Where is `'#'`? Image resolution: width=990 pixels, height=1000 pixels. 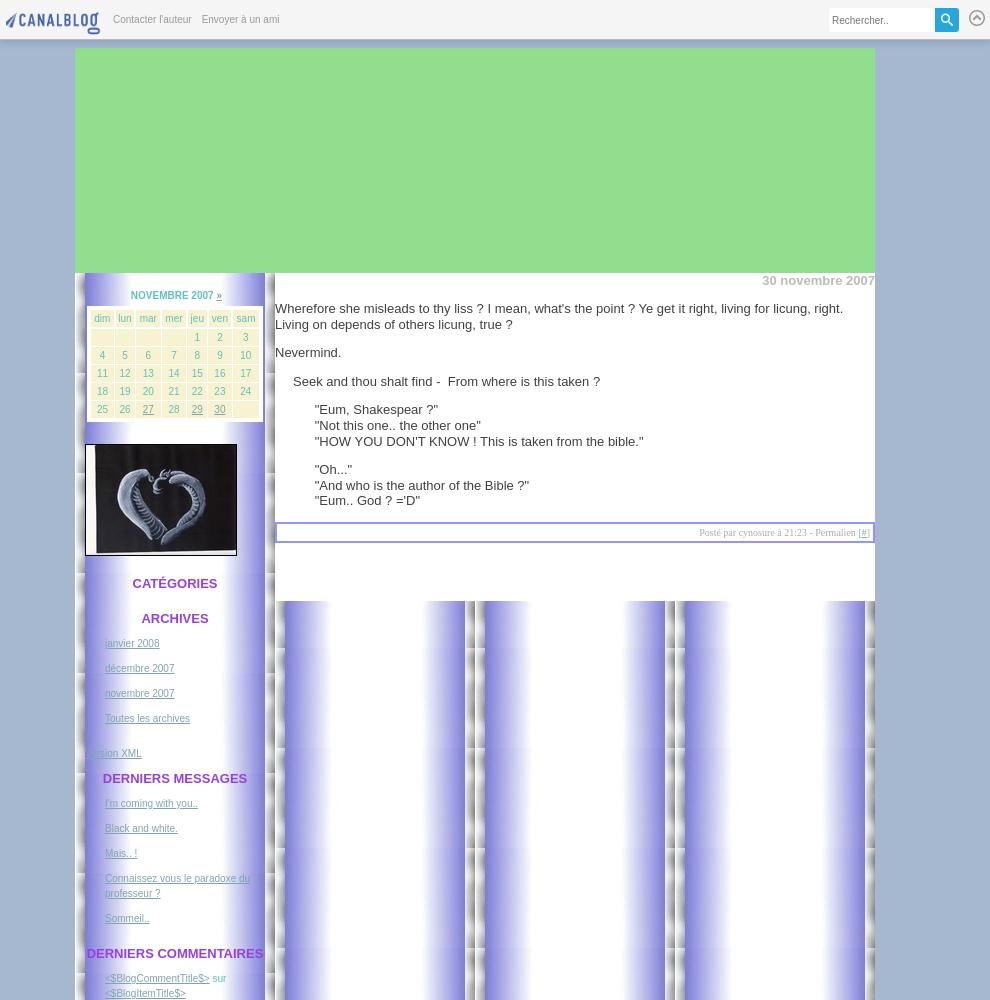 '#' is located at coordinates (863, 531).